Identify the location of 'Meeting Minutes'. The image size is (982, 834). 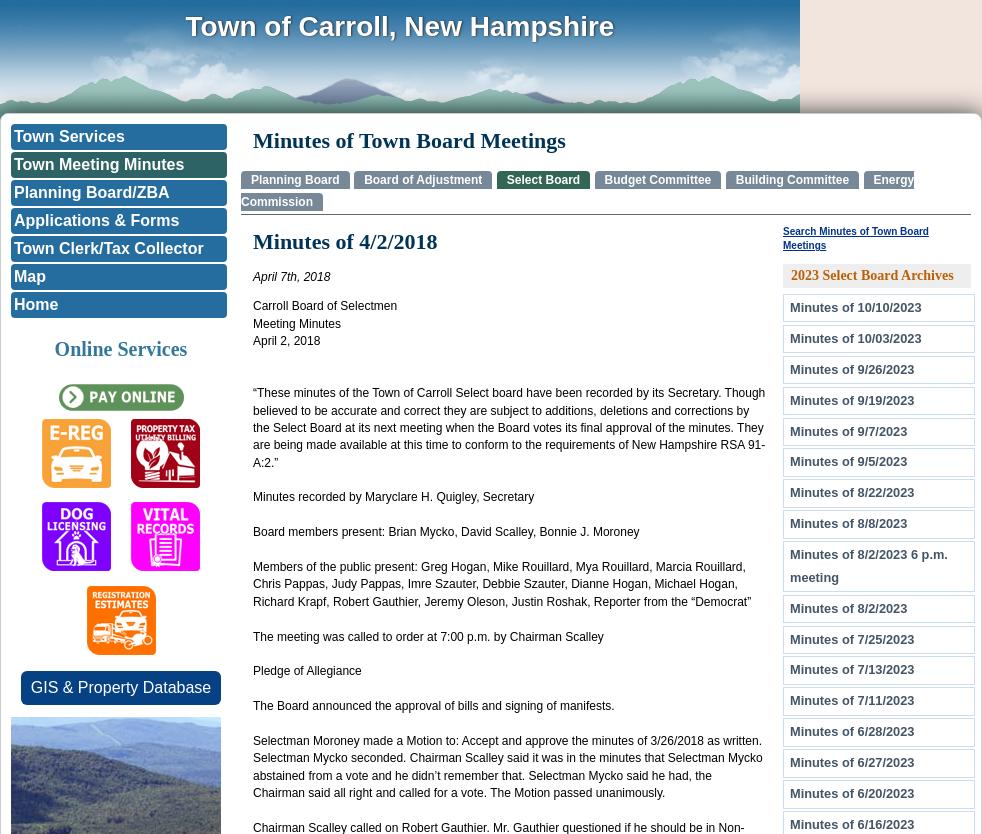
(252, 323).